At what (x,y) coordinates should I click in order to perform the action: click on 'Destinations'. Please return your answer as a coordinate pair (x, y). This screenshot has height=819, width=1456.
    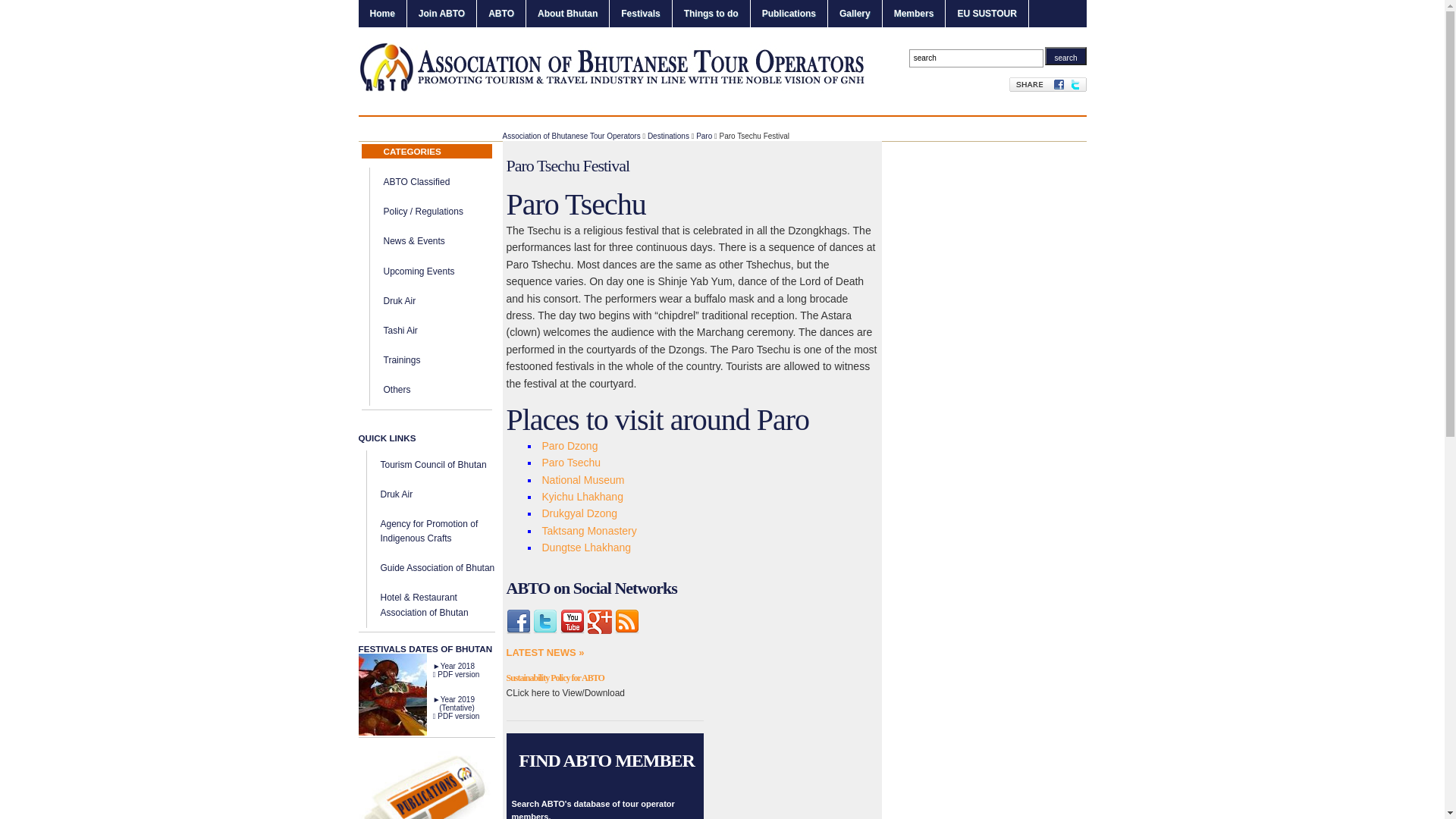
    Looking at the image, I should click on (667, 135).